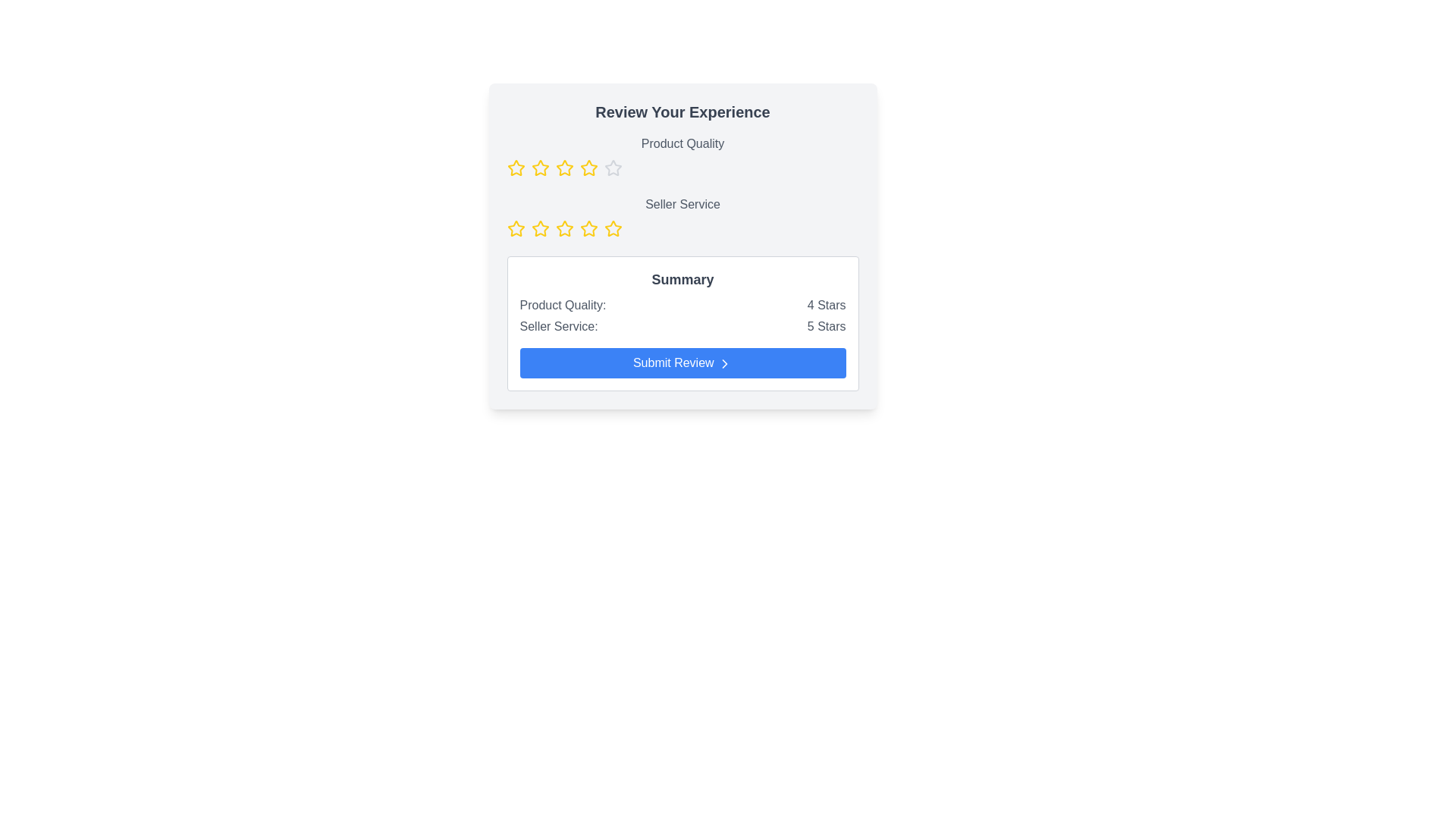  What do you see at coordinates (613, 228) in the screenshot?
I see `the fifth star icon in the 'Seller Service' rating row for potential rearrangement` at bounding box center [613, 228].